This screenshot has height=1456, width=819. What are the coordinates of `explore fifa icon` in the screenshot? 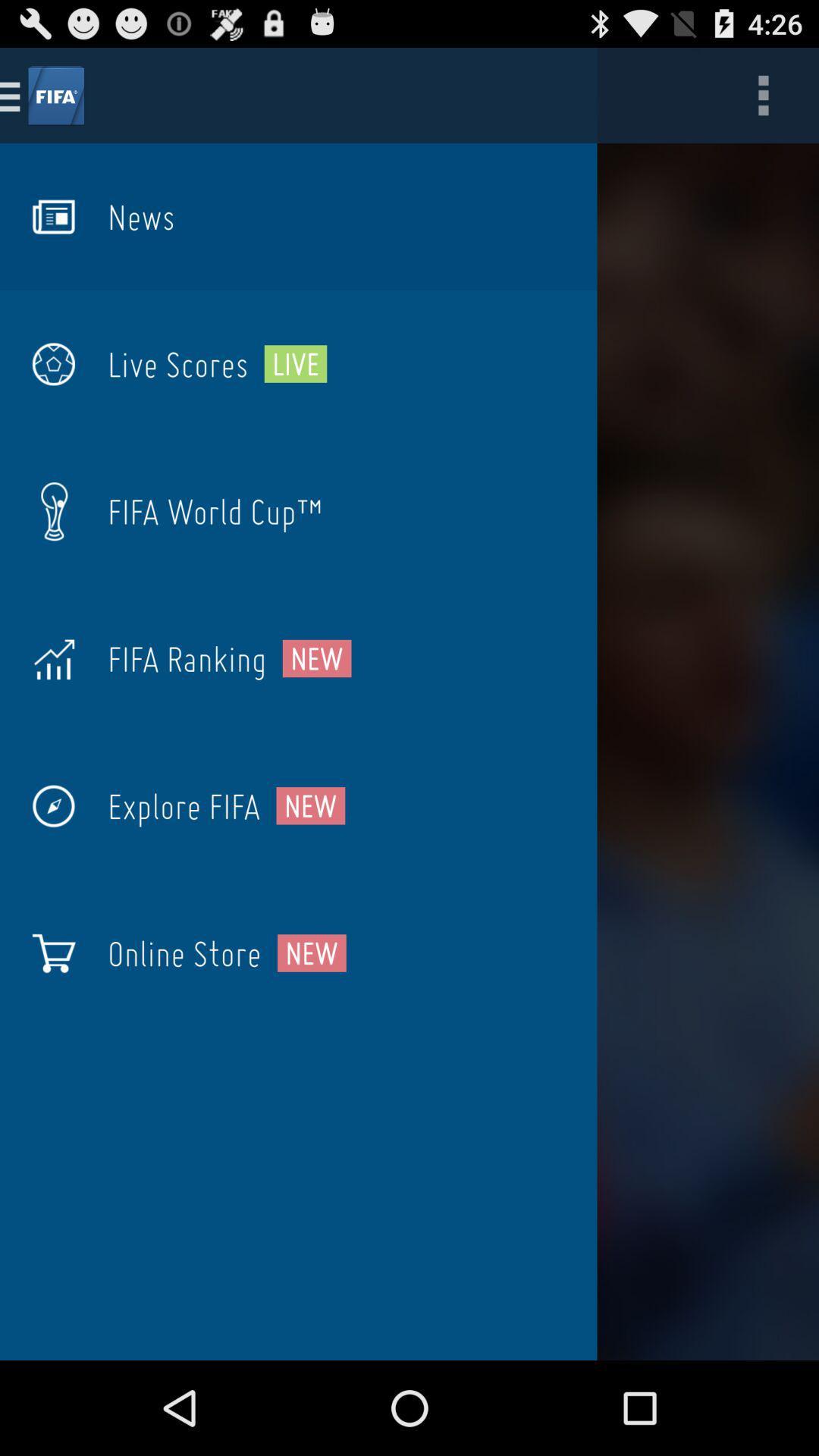 It's located at (183, 805).